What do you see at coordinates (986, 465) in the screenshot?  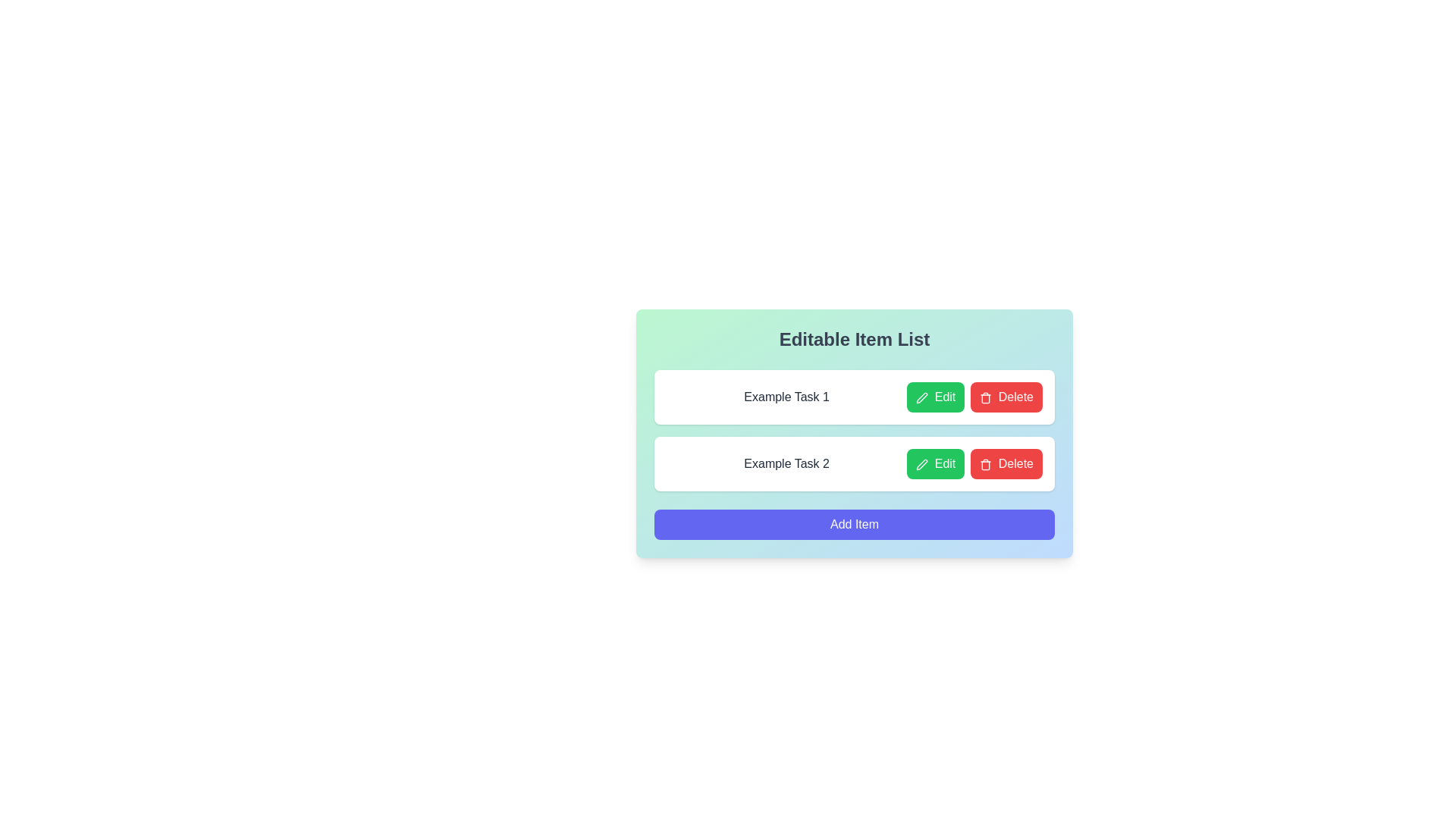 I see `the graphical representation of the trash can icon used for delete action, located within the delete button on the right side of the second item in the editable item list` at bounding box center [986, 465].